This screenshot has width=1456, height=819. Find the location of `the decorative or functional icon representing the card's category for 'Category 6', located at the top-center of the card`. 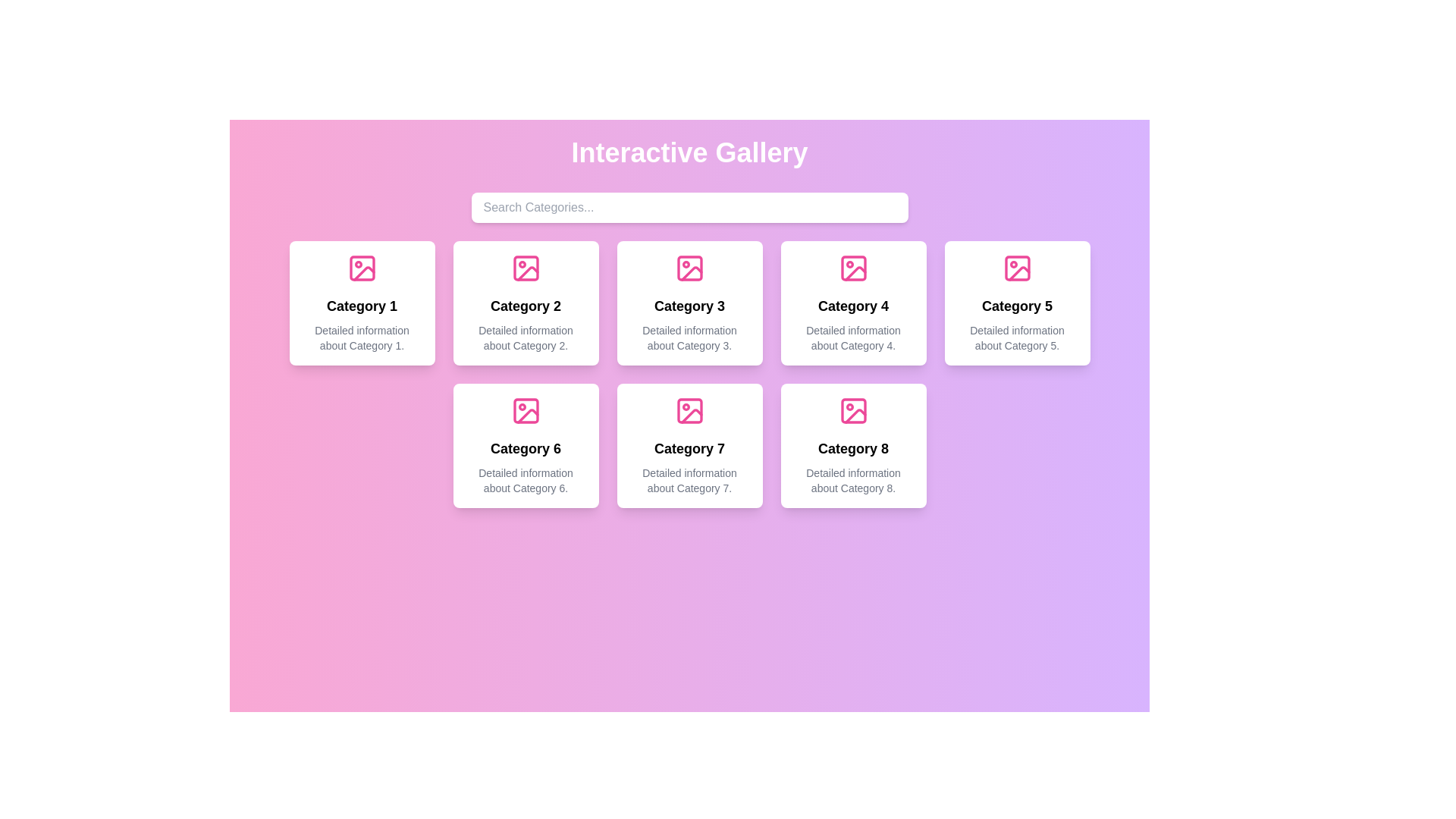

the decorative or functional icon representing the card's category for 'Category 6', located at the top-center of the card is located at coordinates (526, 411).